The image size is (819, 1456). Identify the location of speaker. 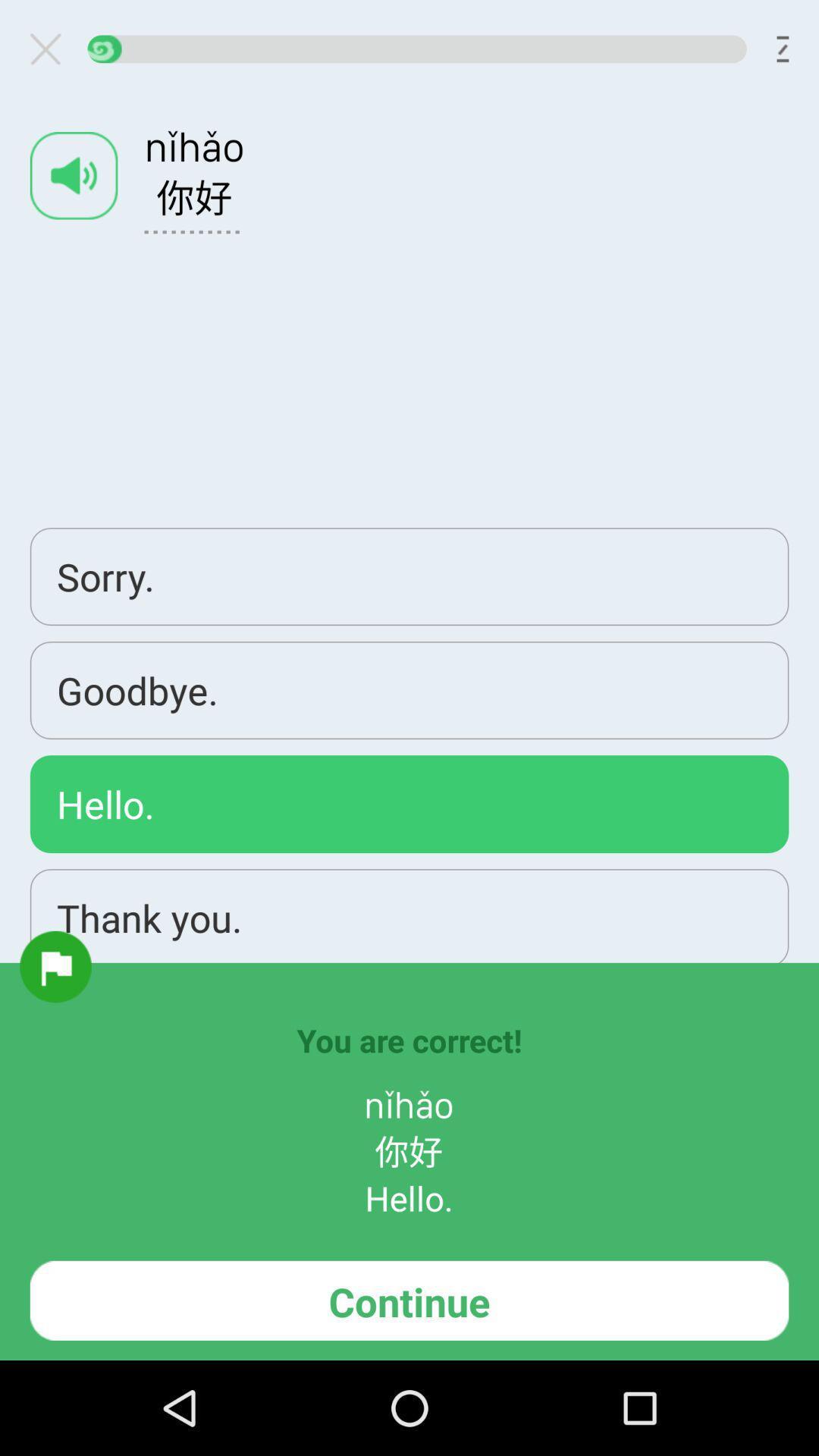
(74, 175).